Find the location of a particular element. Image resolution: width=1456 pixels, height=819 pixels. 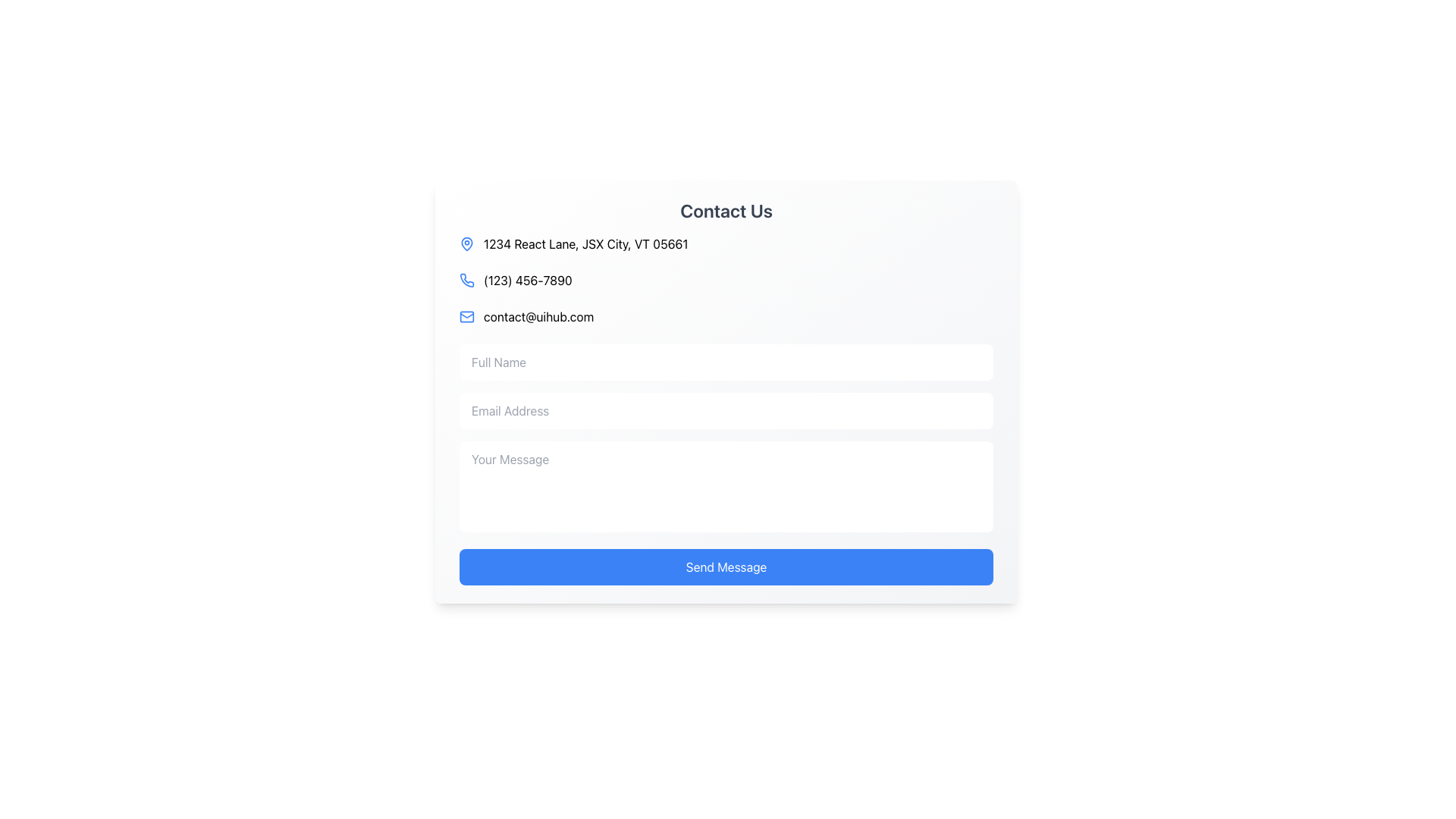

the header text element that indicates the purpose of the contact information section, located at the top-center of the white, rounded-corner box with a gradient background is located at coordinates (726, 210).